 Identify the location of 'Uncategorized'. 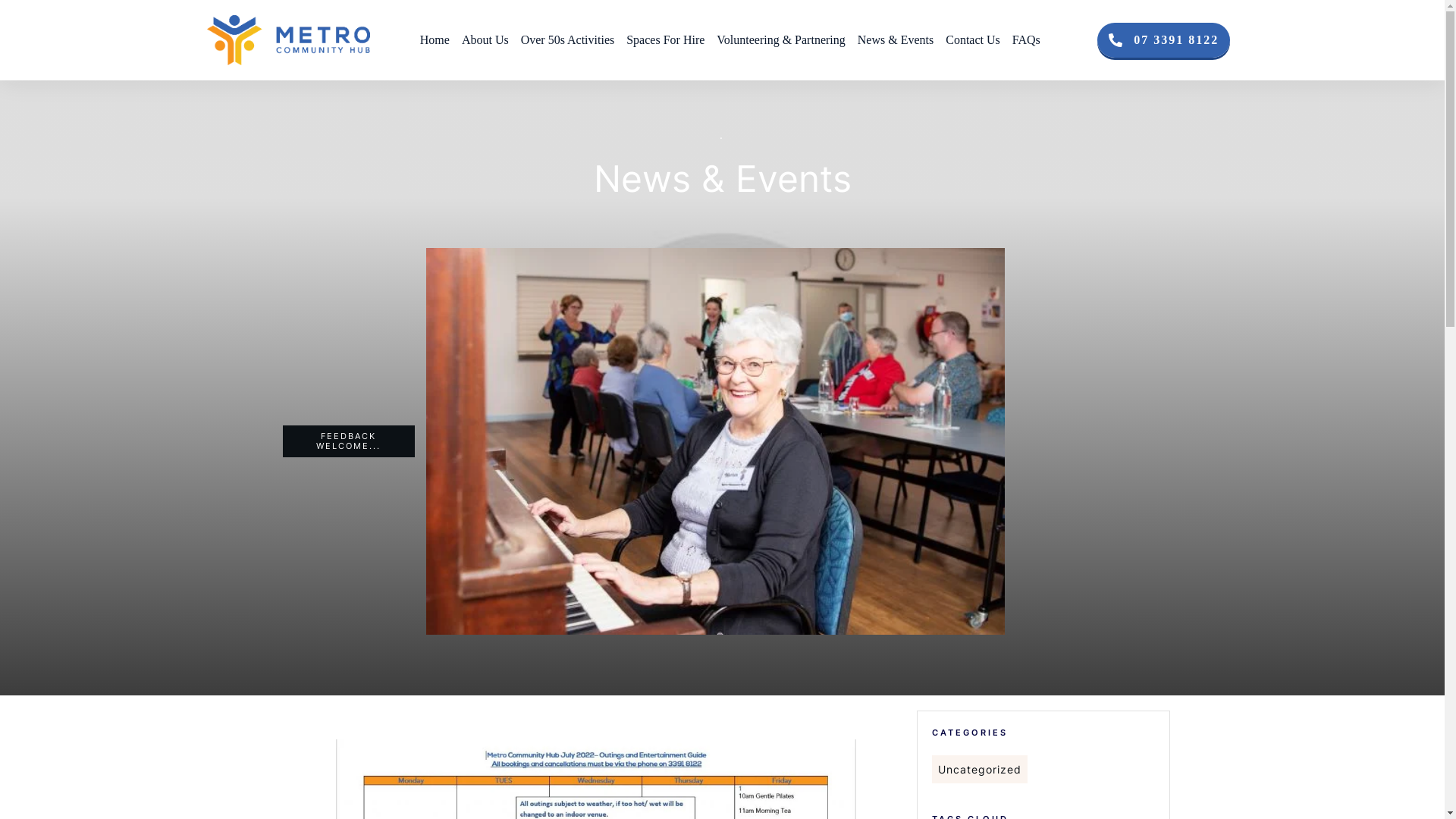
(979, 769).